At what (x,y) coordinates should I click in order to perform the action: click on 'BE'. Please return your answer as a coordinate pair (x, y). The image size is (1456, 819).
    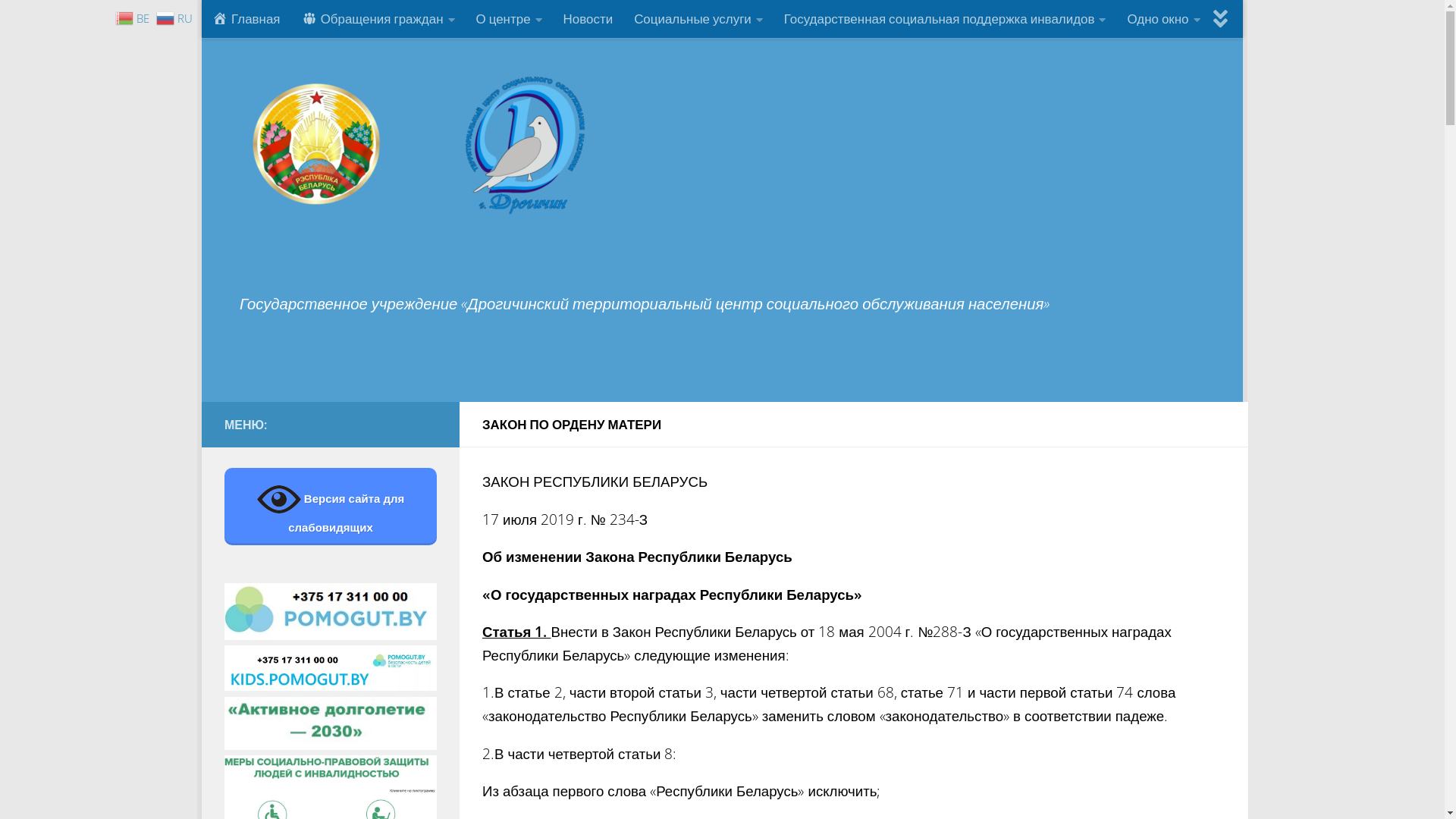
    Looking at the image, I should click on (134, 17).